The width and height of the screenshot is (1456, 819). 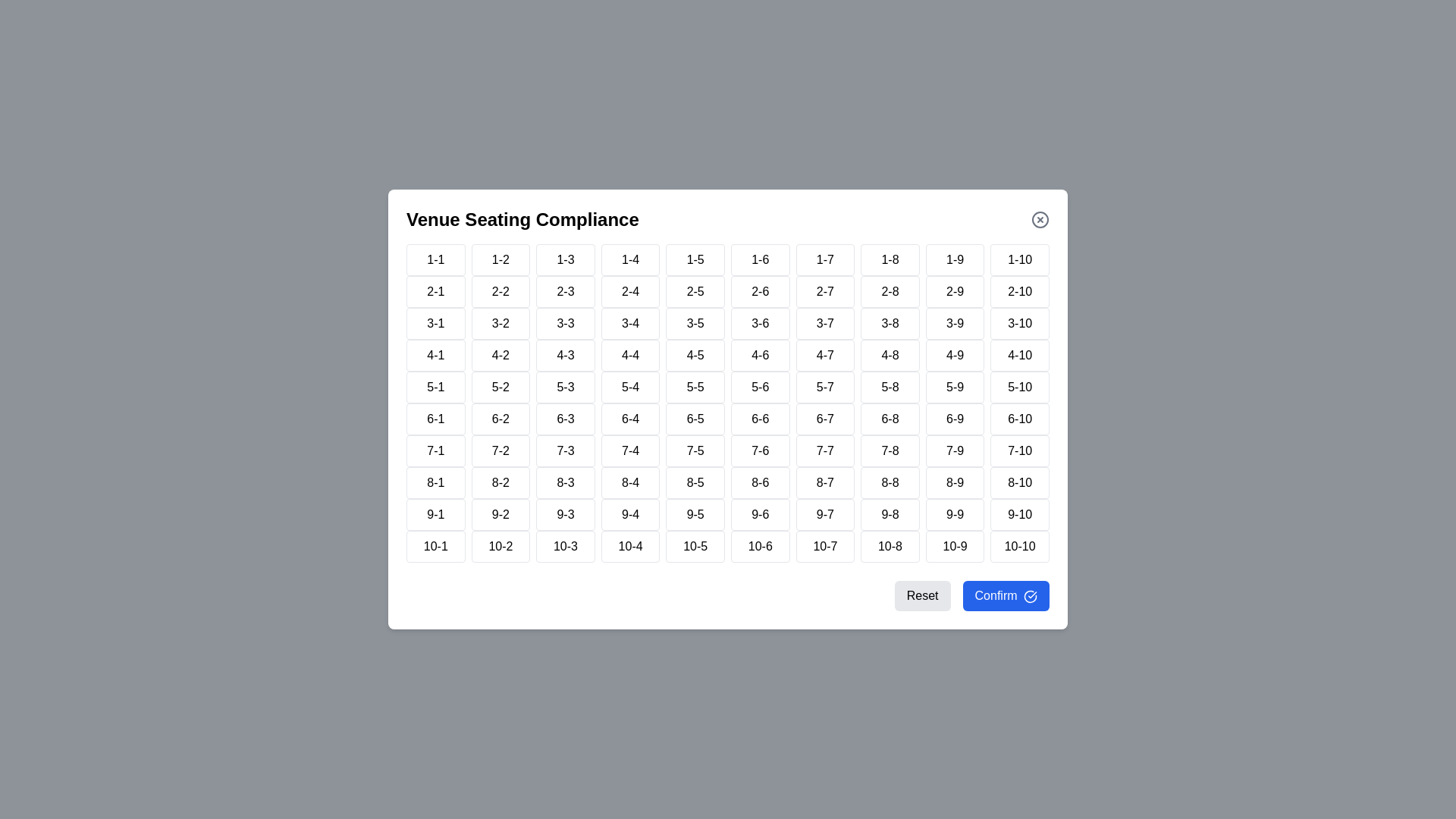 What do you see at coordinates (921, 595) in the screenshot?
I see `the 'Reset' button to reset the selected seat` at bounding box center [921, 595].